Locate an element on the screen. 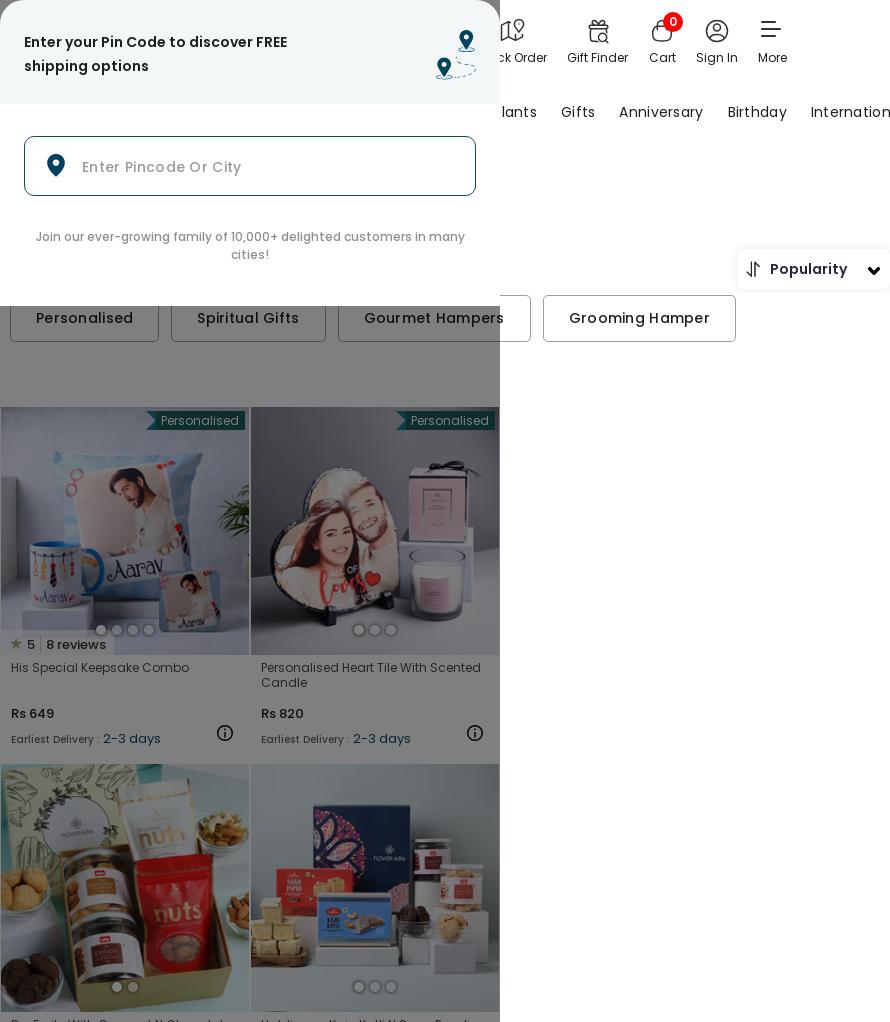 The height and width of the screenshot is (1022, 890). 'Flowers' is located at coordinates (241, 112).